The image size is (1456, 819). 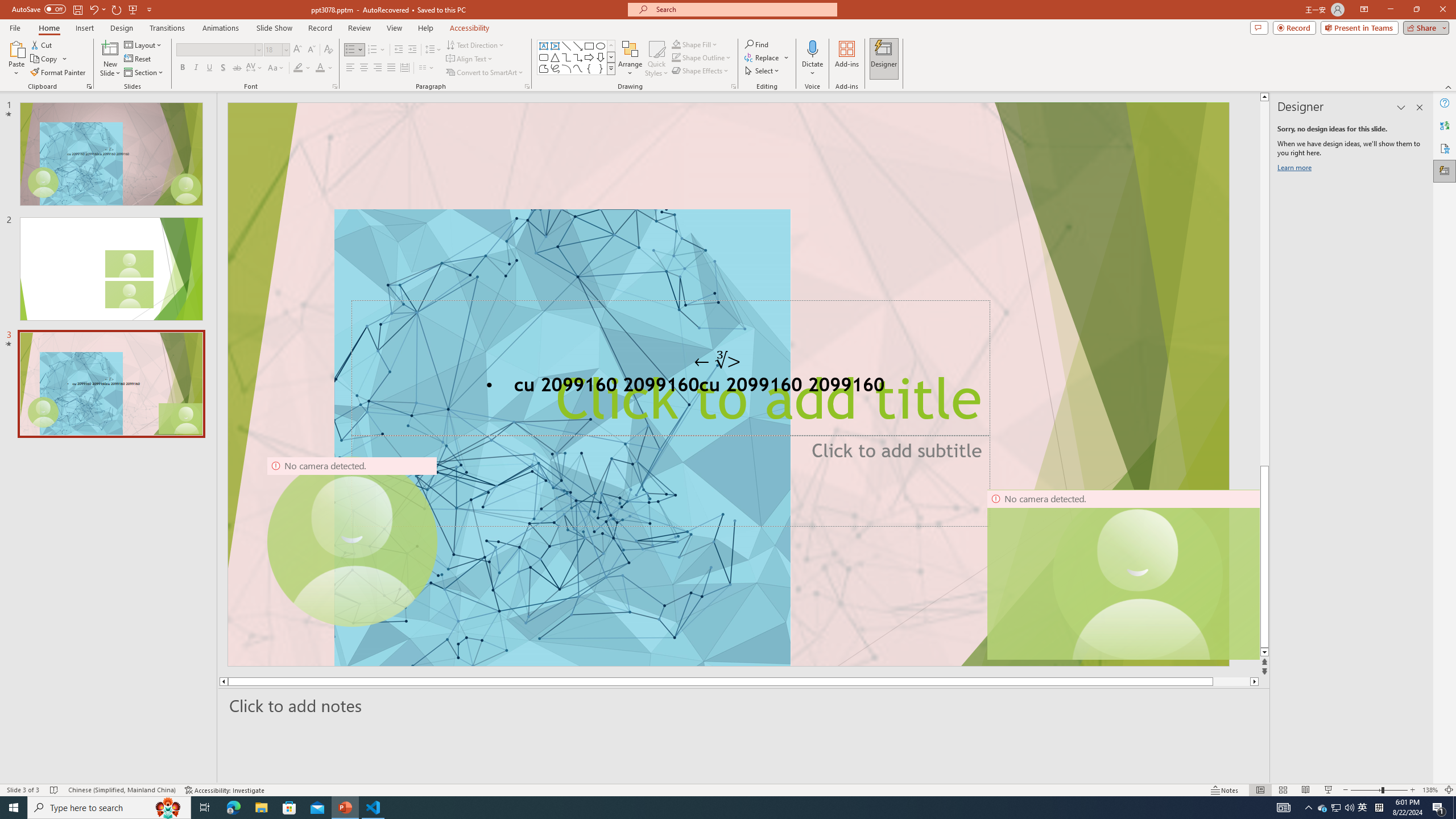 What do you see at coordinates (1296, 169) in the screenshot?
I see `'Learn more'` at bounding box center [1296, 169].